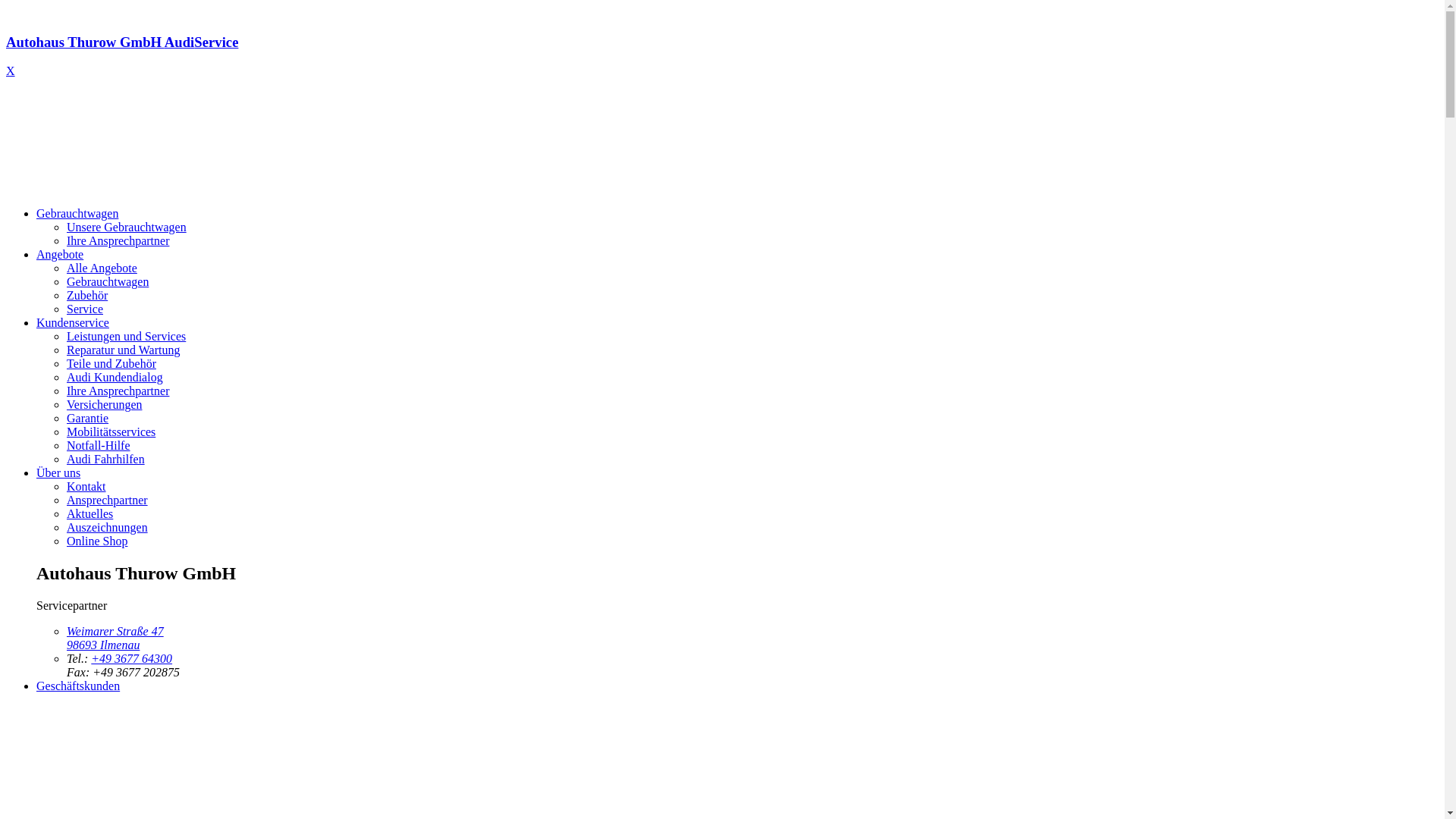  I want to click on 'X', so click(6, 71).